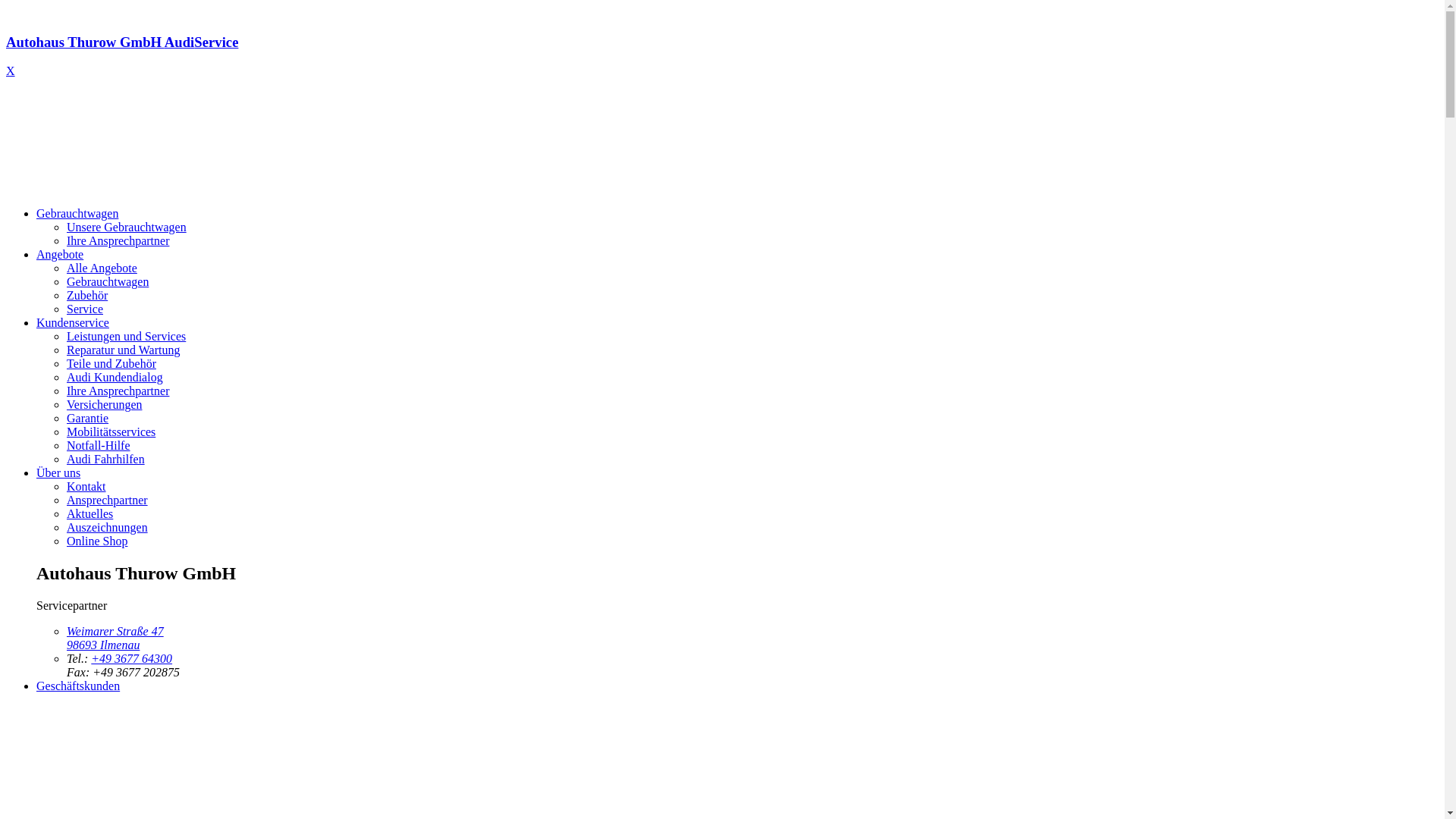  I want to click on 'X', so click(6, 71).